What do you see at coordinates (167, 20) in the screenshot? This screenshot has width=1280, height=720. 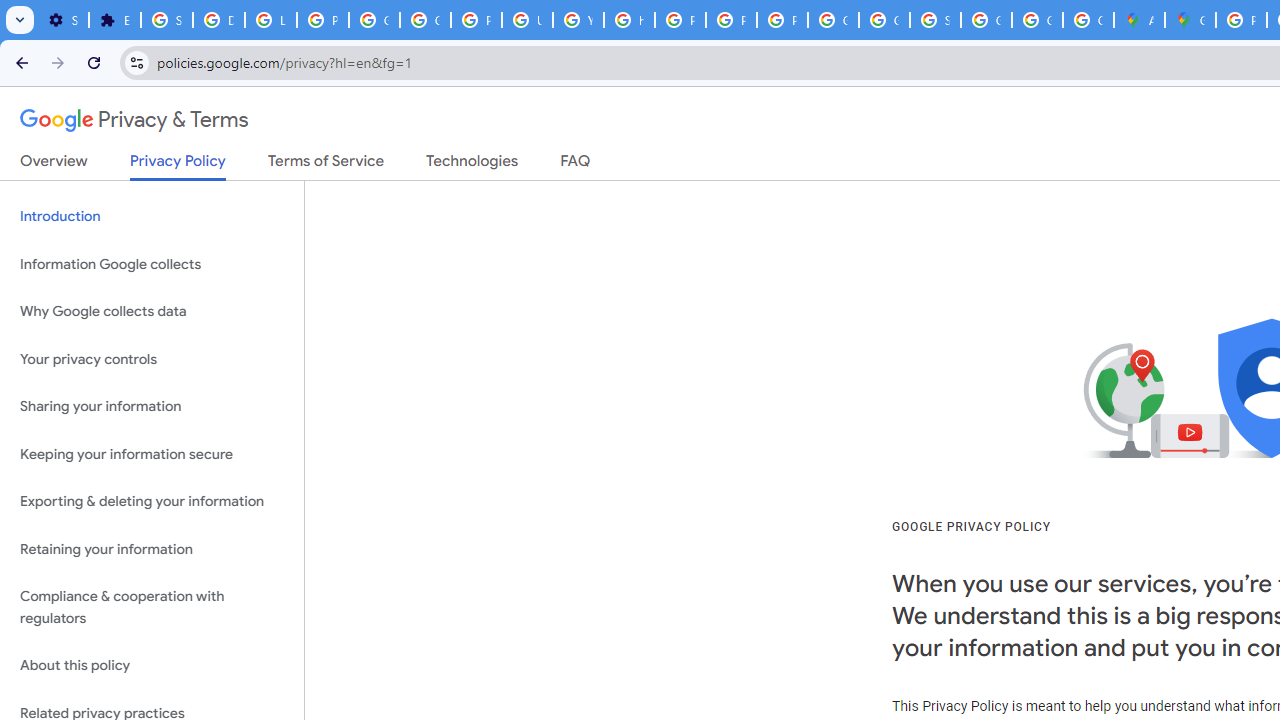 I see `'Sign in - Google Accounts'` at bounding box center [167, 20].